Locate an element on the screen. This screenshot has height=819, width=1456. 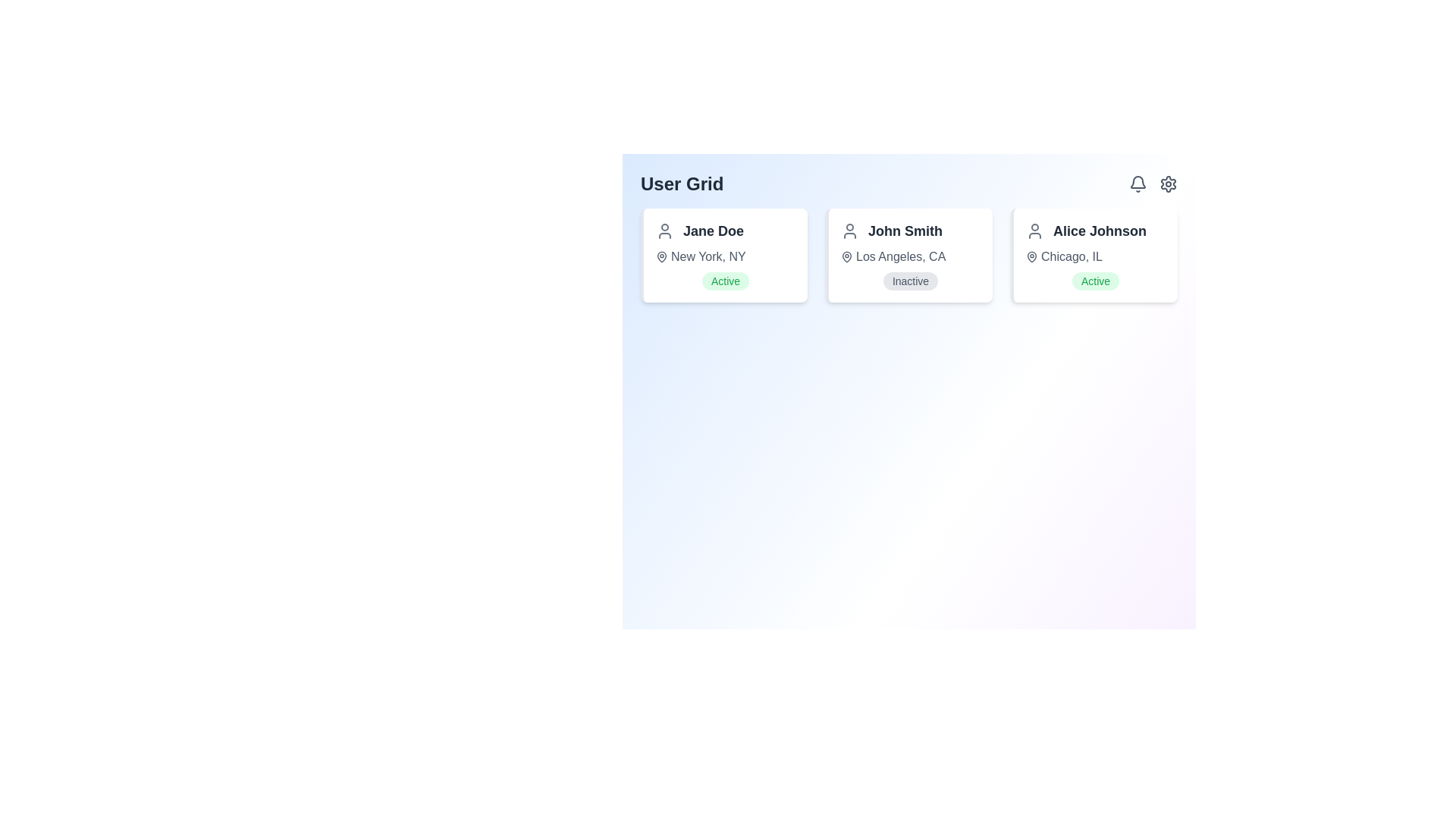
the user figure icon with a gray outline, which is located to the left of the text 'Alice Johnson' in the third user card is located at coordinates (1034, 231).